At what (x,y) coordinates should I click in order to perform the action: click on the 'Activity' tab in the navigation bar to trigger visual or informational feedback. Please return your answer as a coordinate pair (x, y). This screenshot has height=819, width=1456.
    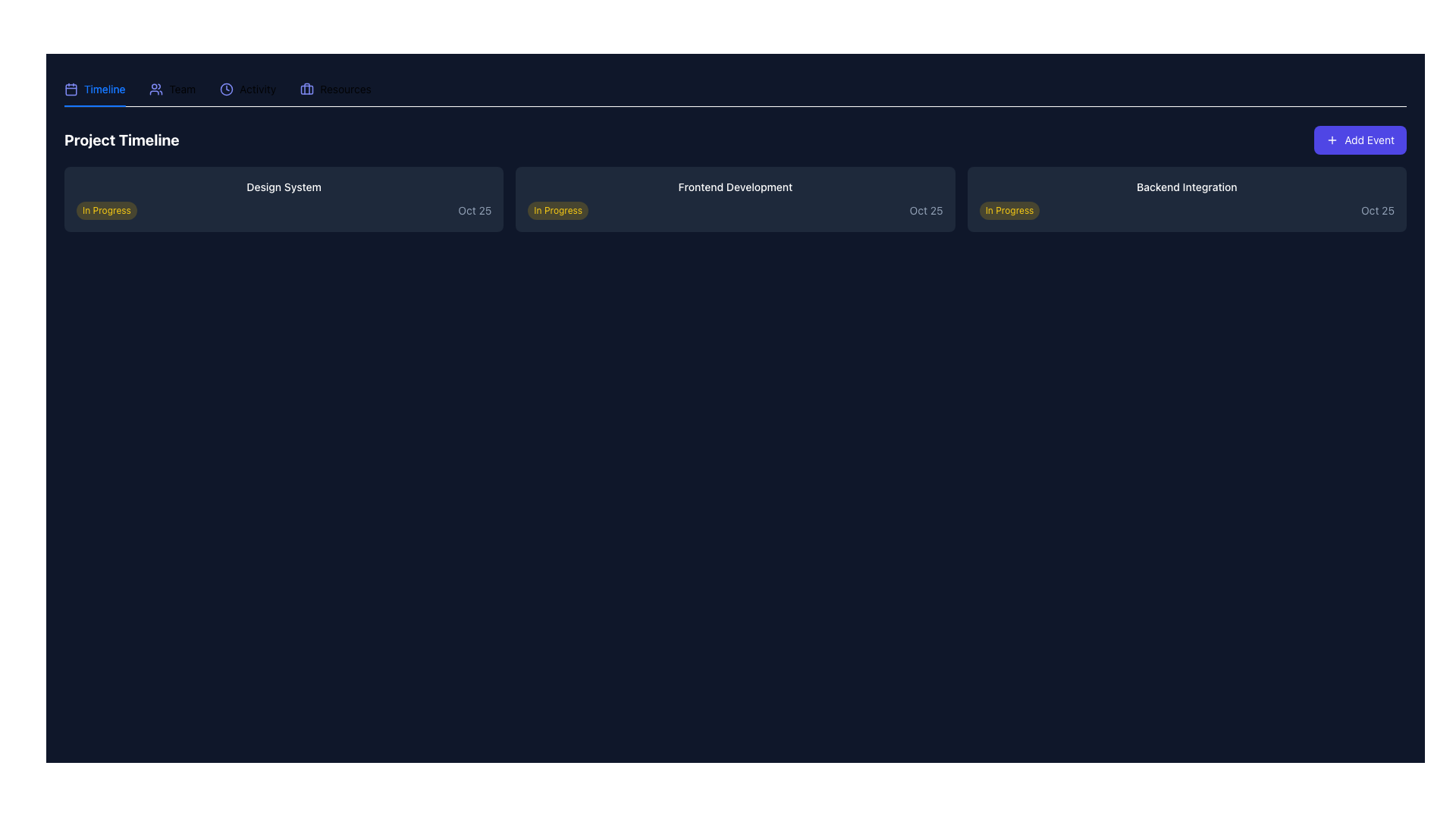
    Looking at the image, I should click on (248, 89).